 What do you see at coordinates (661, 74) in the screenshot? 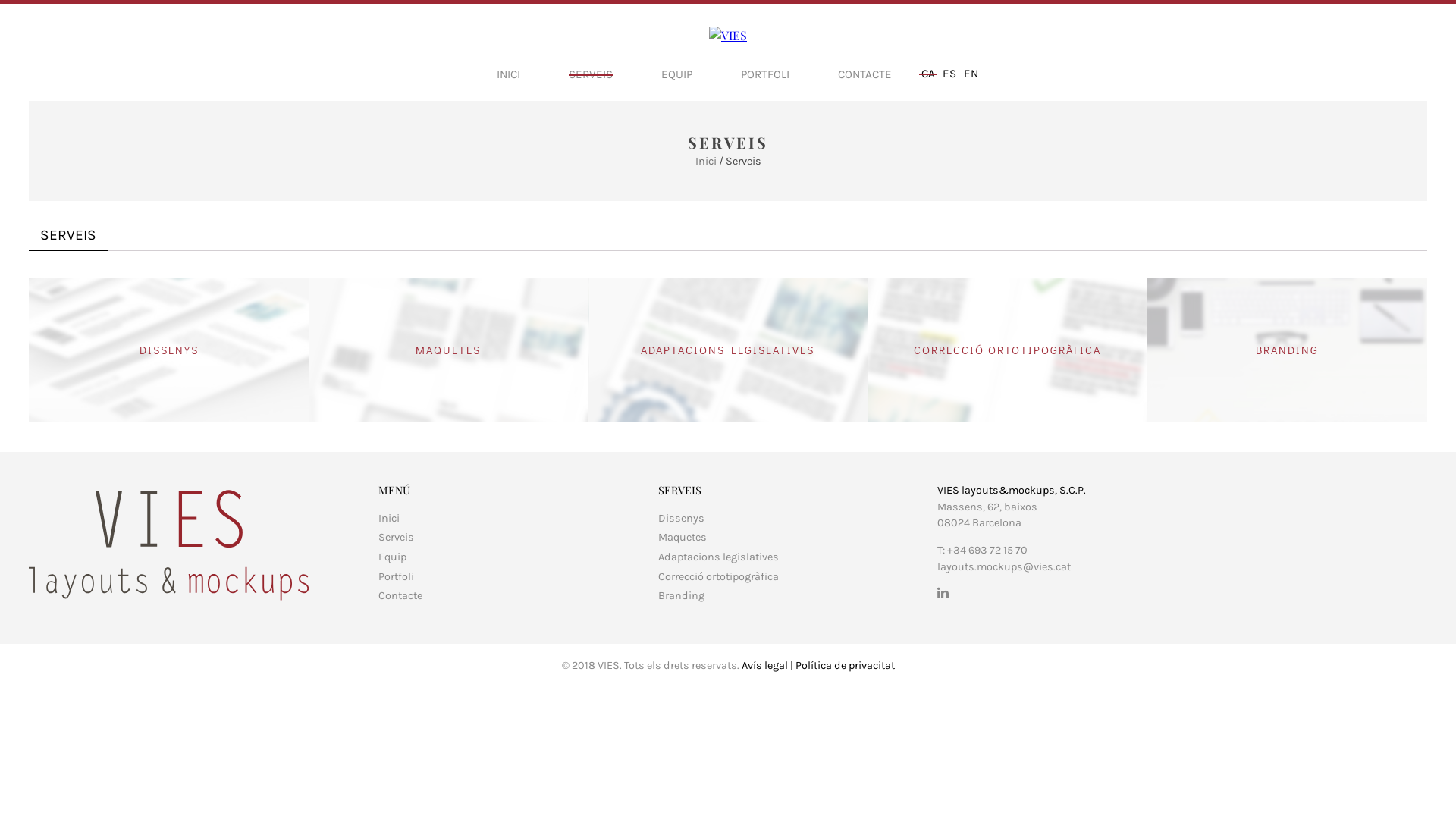
I see `'EQUIP'` at bounding box center [661, 74].